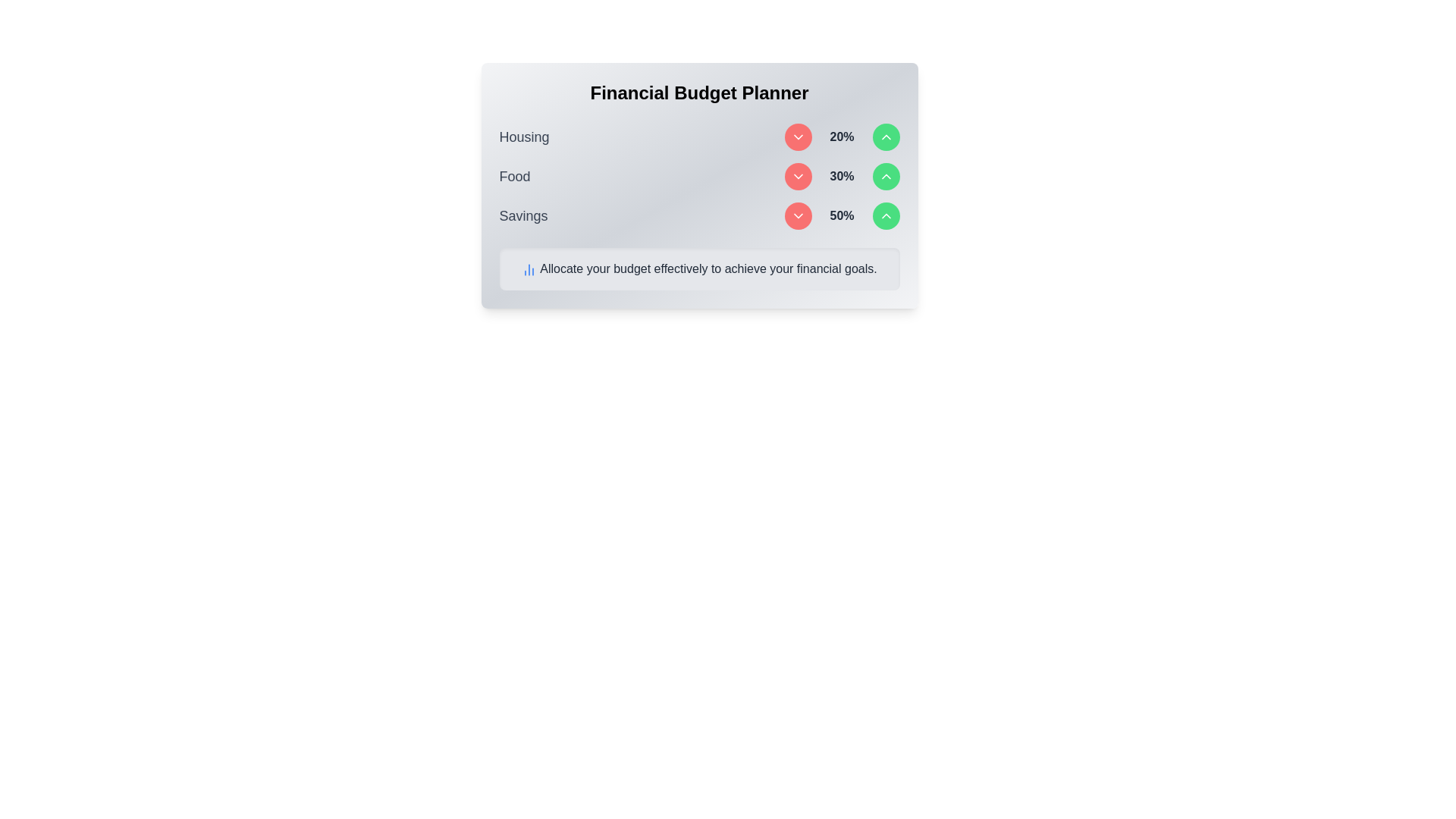 The height and width of the screenshot is (819, 1456). What do you see at coordinates (797, 137) in the screenshot?
I see `the leftmost button in the 'Housing' section of the 'Financial Budget Planner' interface, which has a downward chevron icon and is positioned to the left of the '20%' percentage label` at bounding box center [797, 137].